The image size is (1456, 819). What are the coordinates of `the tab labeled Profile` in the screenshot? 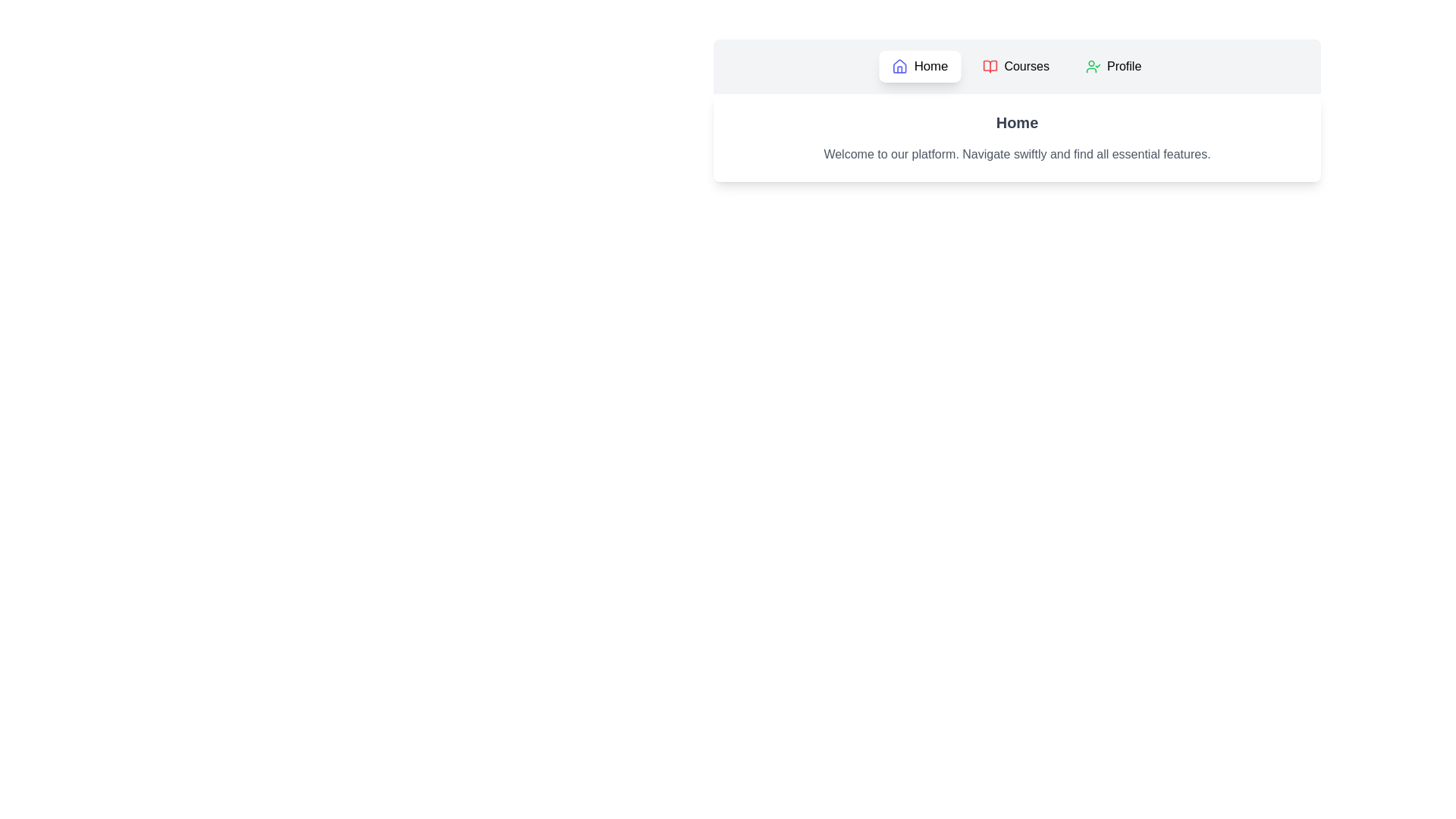 It's located at (1113, 66).